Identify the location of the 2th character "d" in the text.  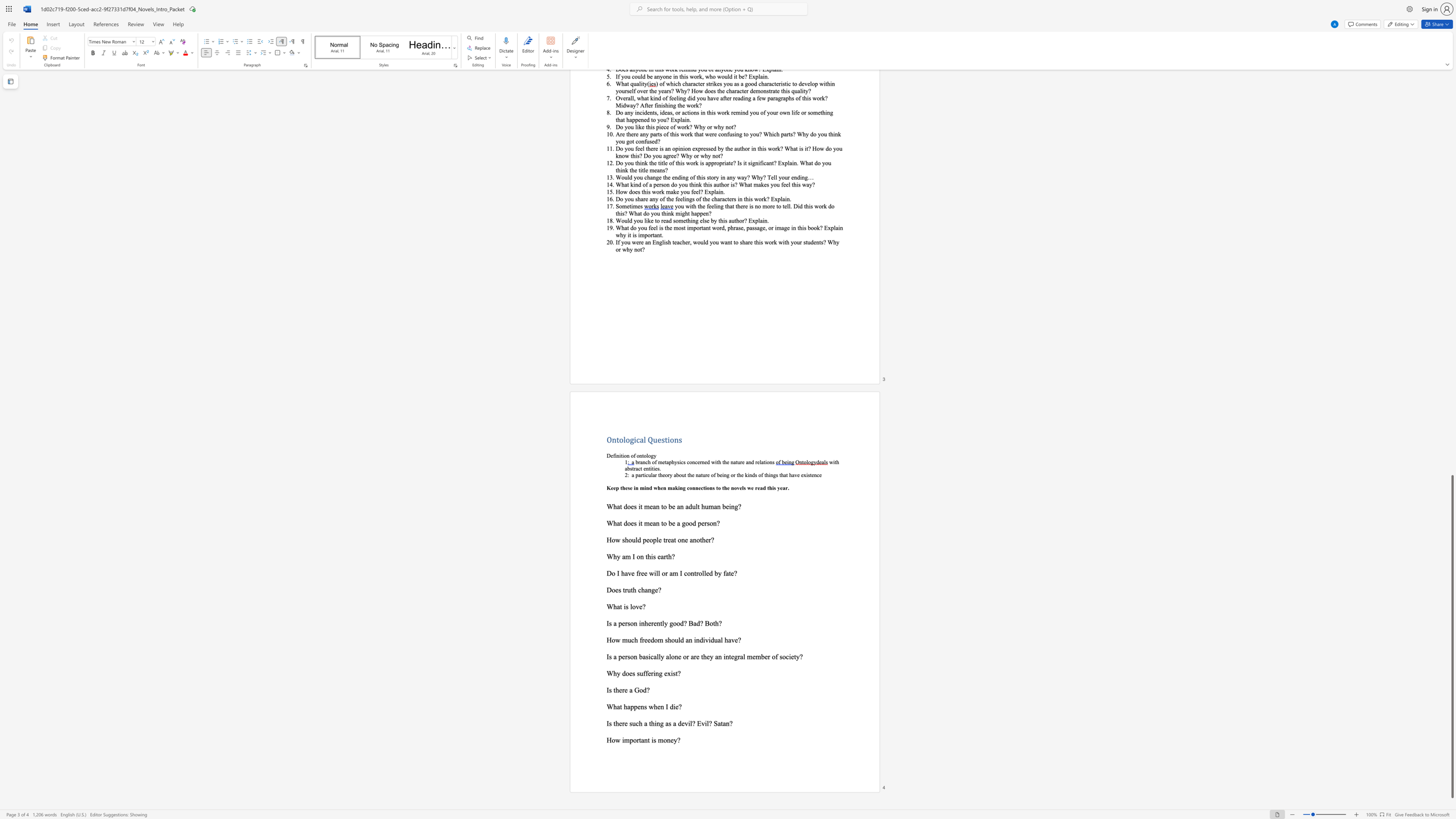
(697, 623).